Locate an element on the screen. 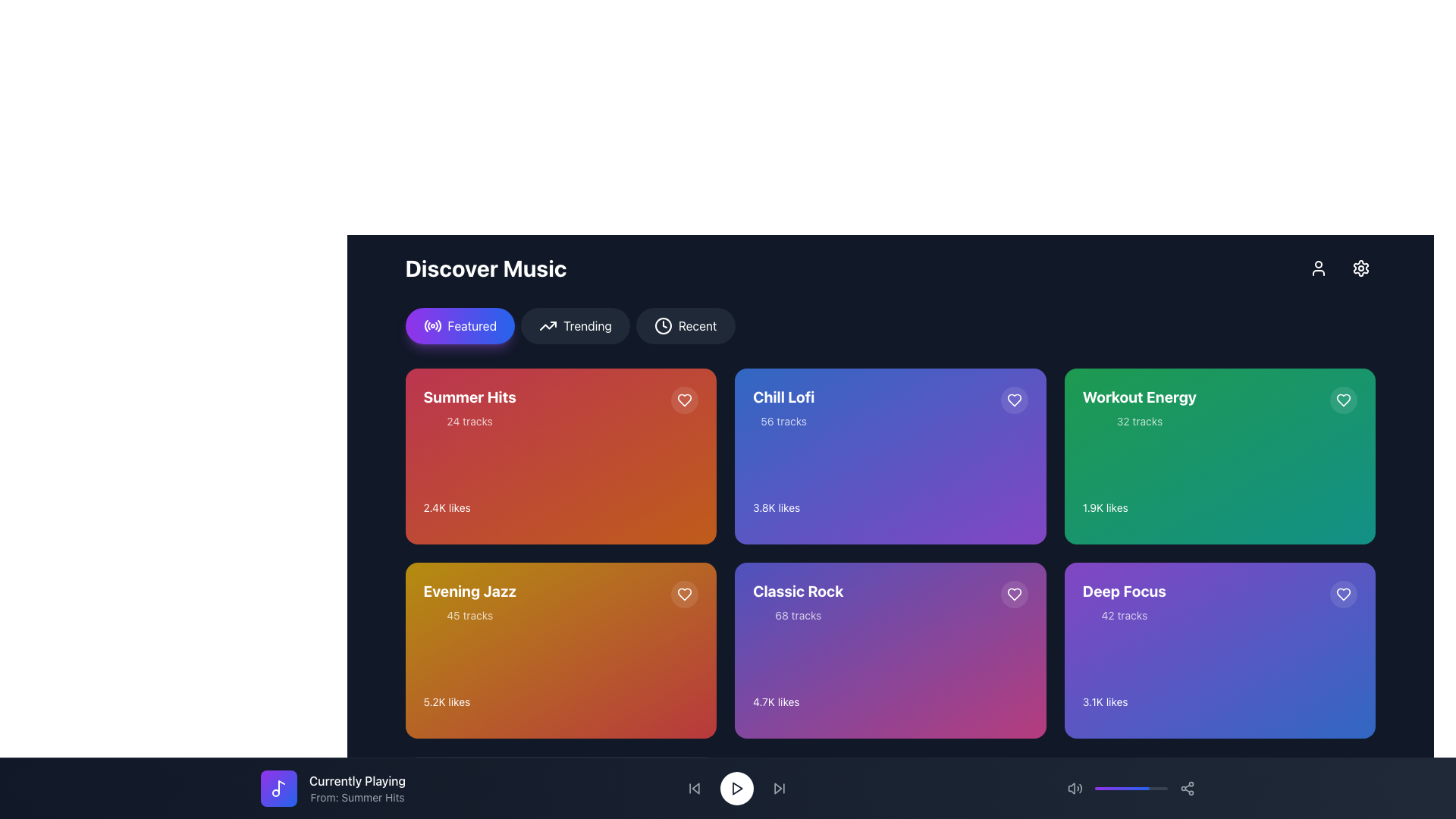 This screenshot has width=1456, height=819. the heart-shaped icon in the top-right corner of the 'Summer Hits' card, which represents favorites or likes is located at coordinates (684, 400).